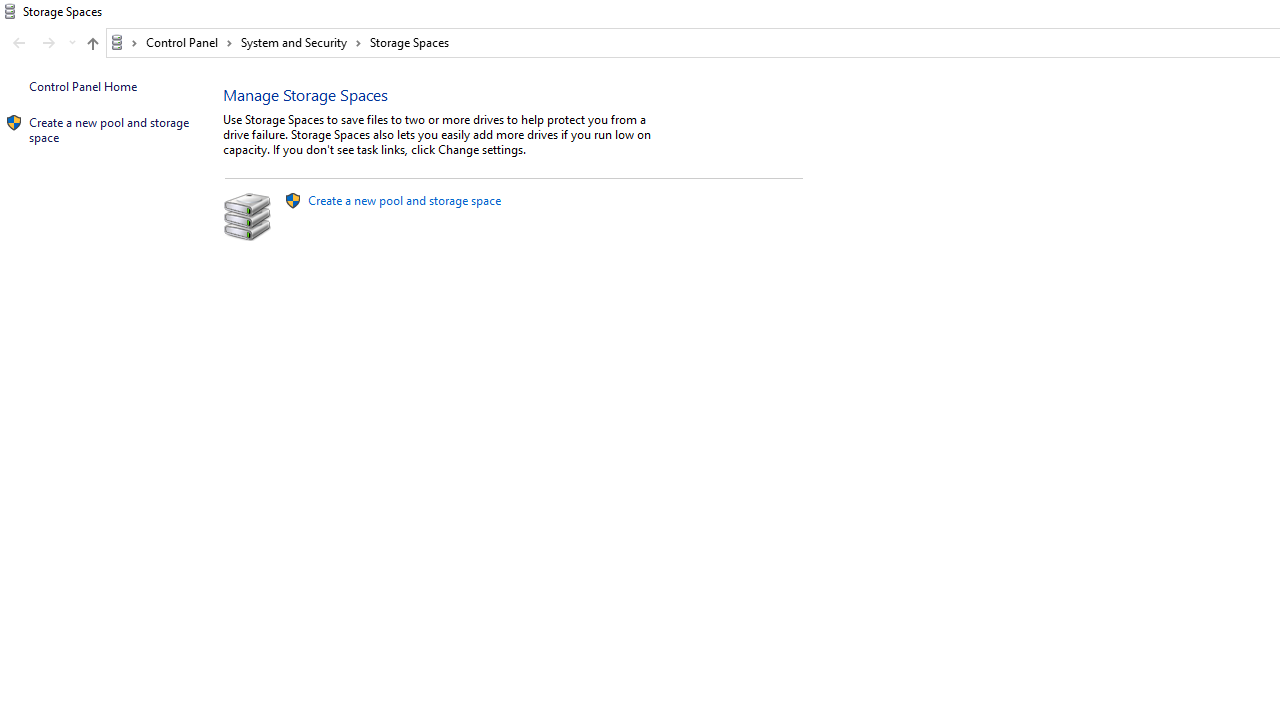 This screenshot has width=1280, height=720. Describe the element at coordinates (403, 200) in the screenshot. I see `'Create a new pool and storage space'` at that location.